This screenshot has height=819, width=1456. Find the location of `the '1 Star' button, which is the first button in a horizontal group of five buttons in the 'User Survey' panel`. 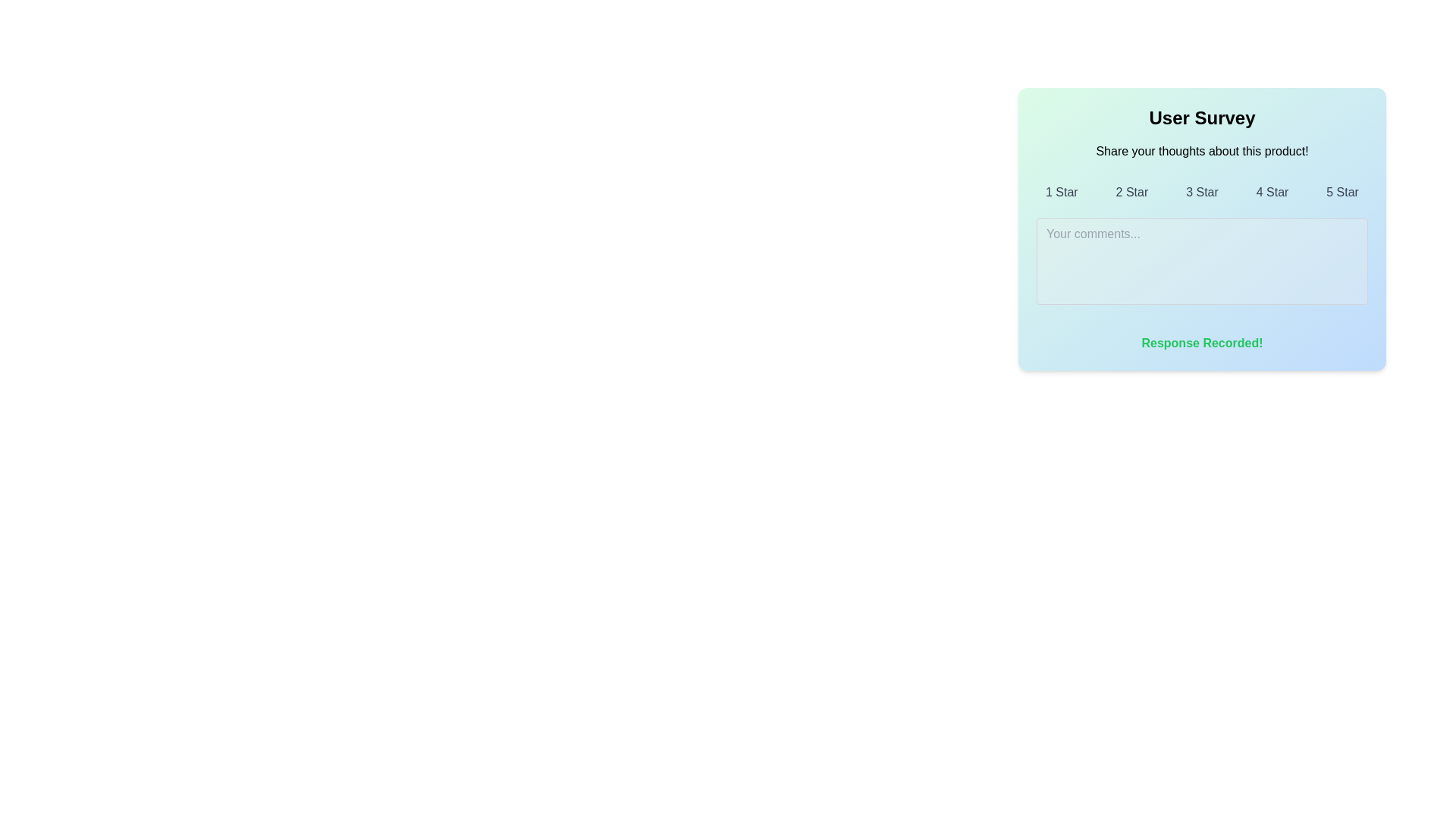

the '1 Star' button, which is the first button in a horizontal group of five buttons in the 'User Survey' panel is located at coordinates (1061, 192).